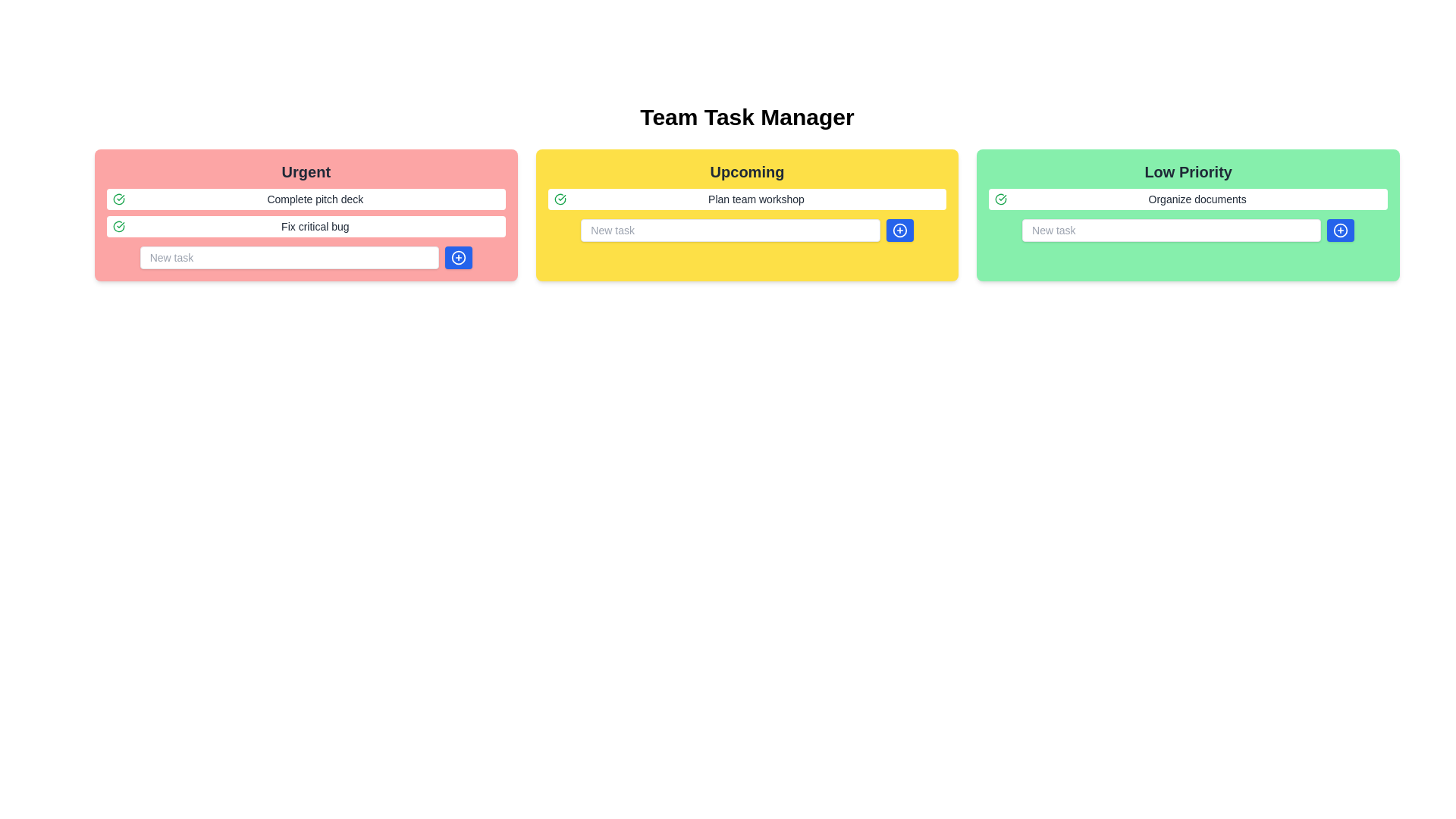  What do you see at coordinates (118, 198) in the screenshot?
I see `the green circular indicator icon with a checkmark, located in the 'Urgent' task section to the left of 'Fix critical bug.'` at bounding box center [118, 198].